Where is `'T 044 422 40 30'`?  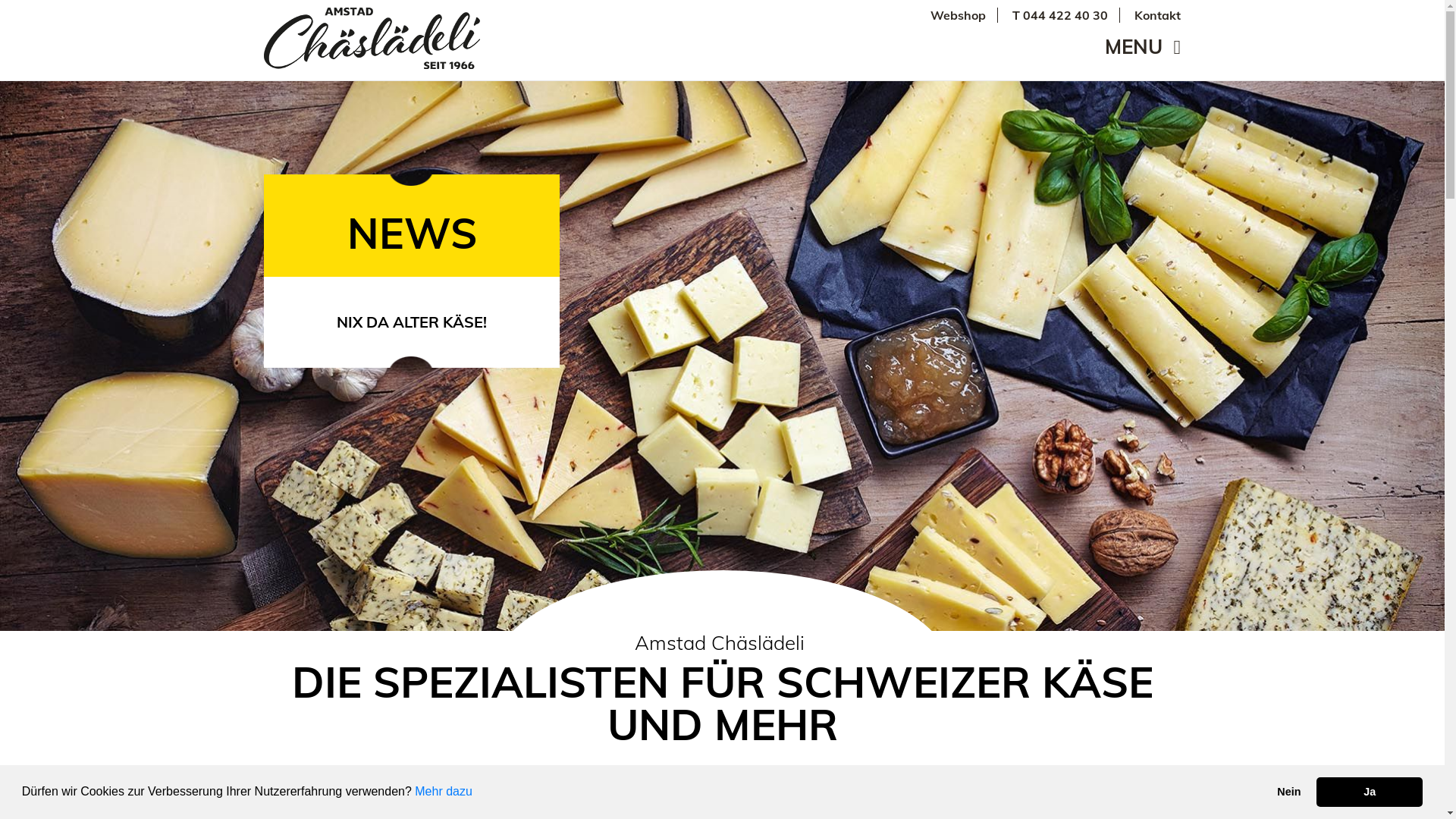 'T 044 422 40 30' is located at coordinates (1059, 14).